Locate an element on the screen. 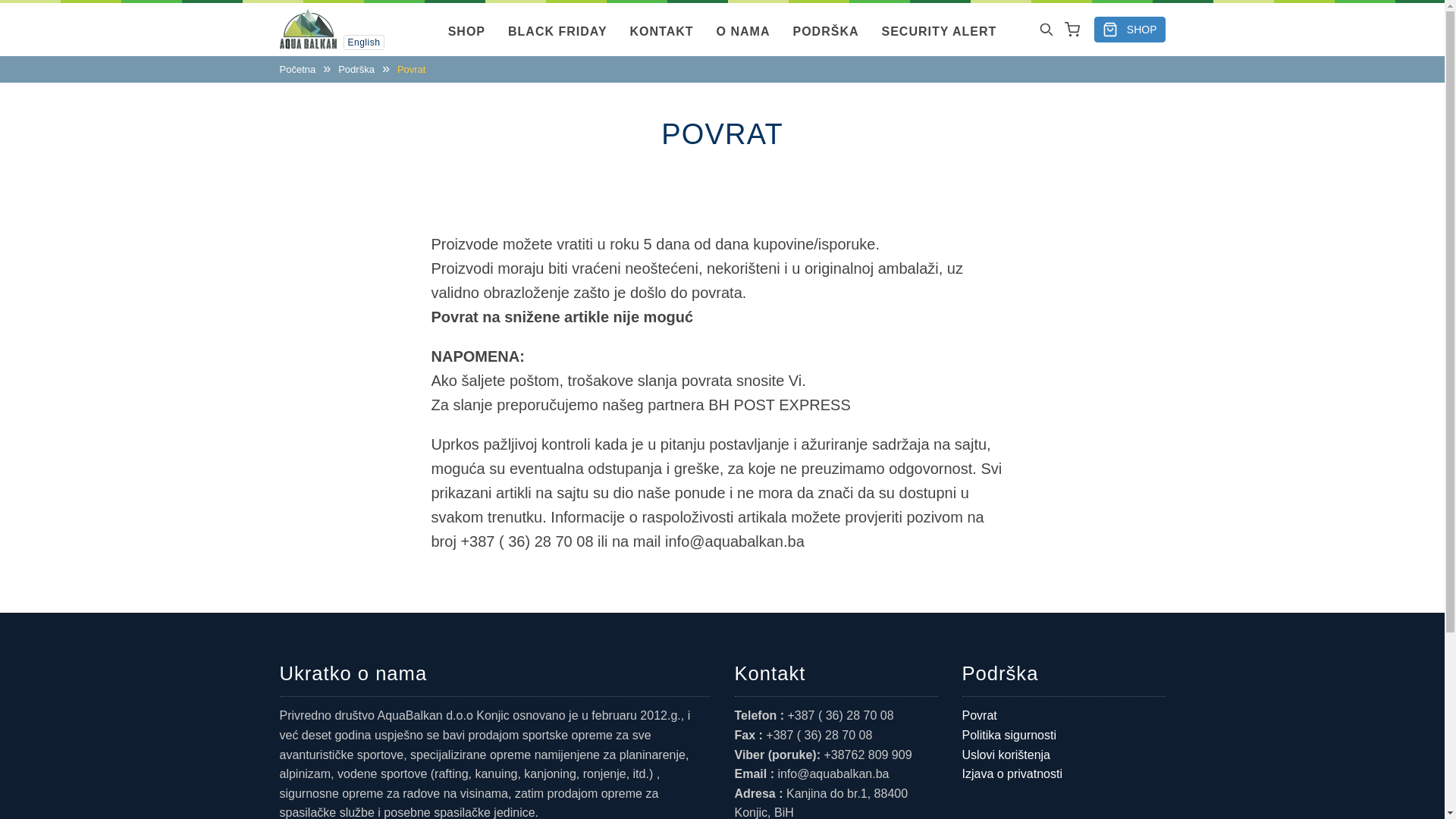 The image size is (1456, 819). 'O NAMA' is located at coordinates (743, 32).